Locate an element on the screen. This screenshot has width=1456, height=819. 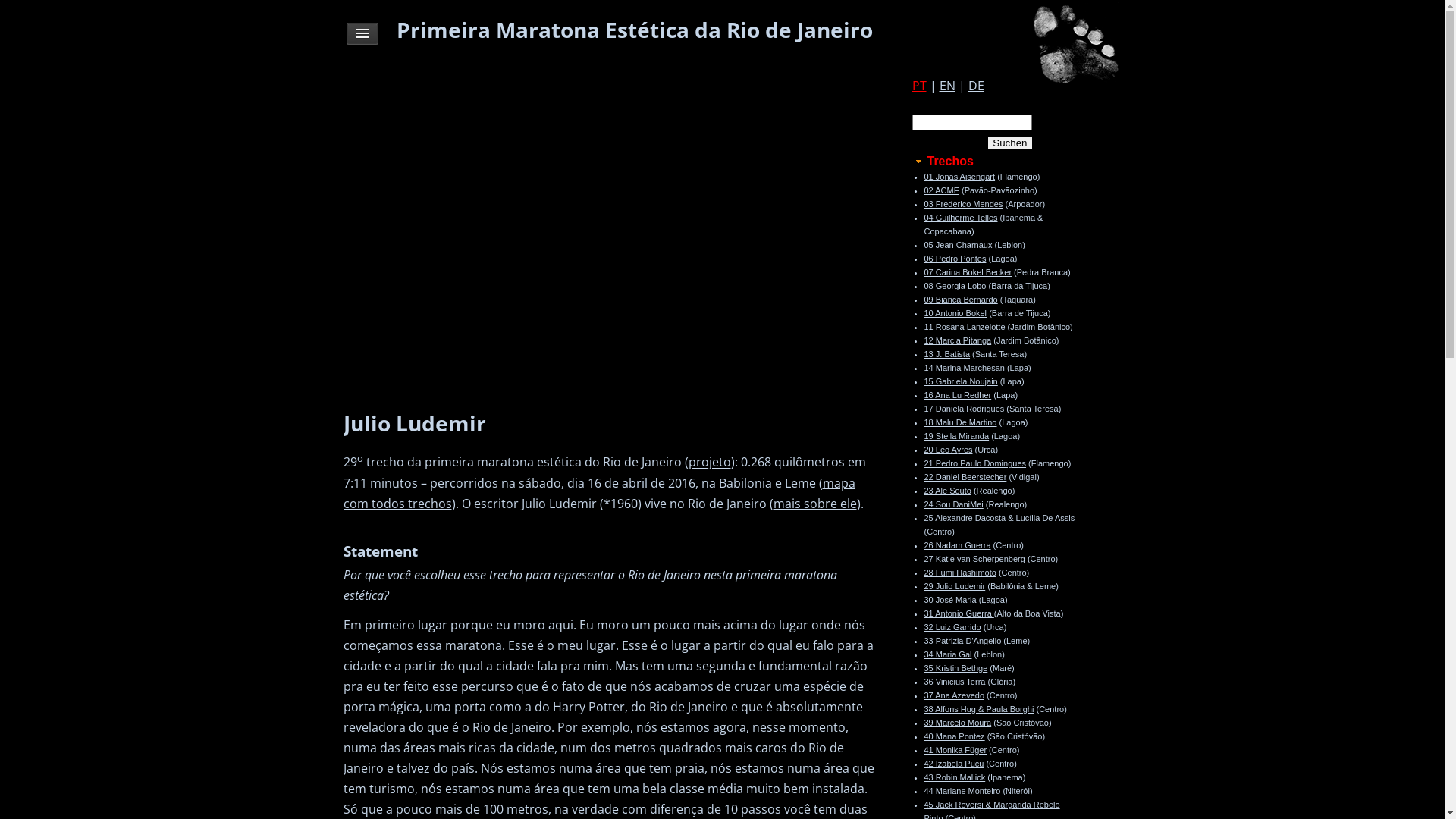
'EN' is located at coordinates (946, 85).